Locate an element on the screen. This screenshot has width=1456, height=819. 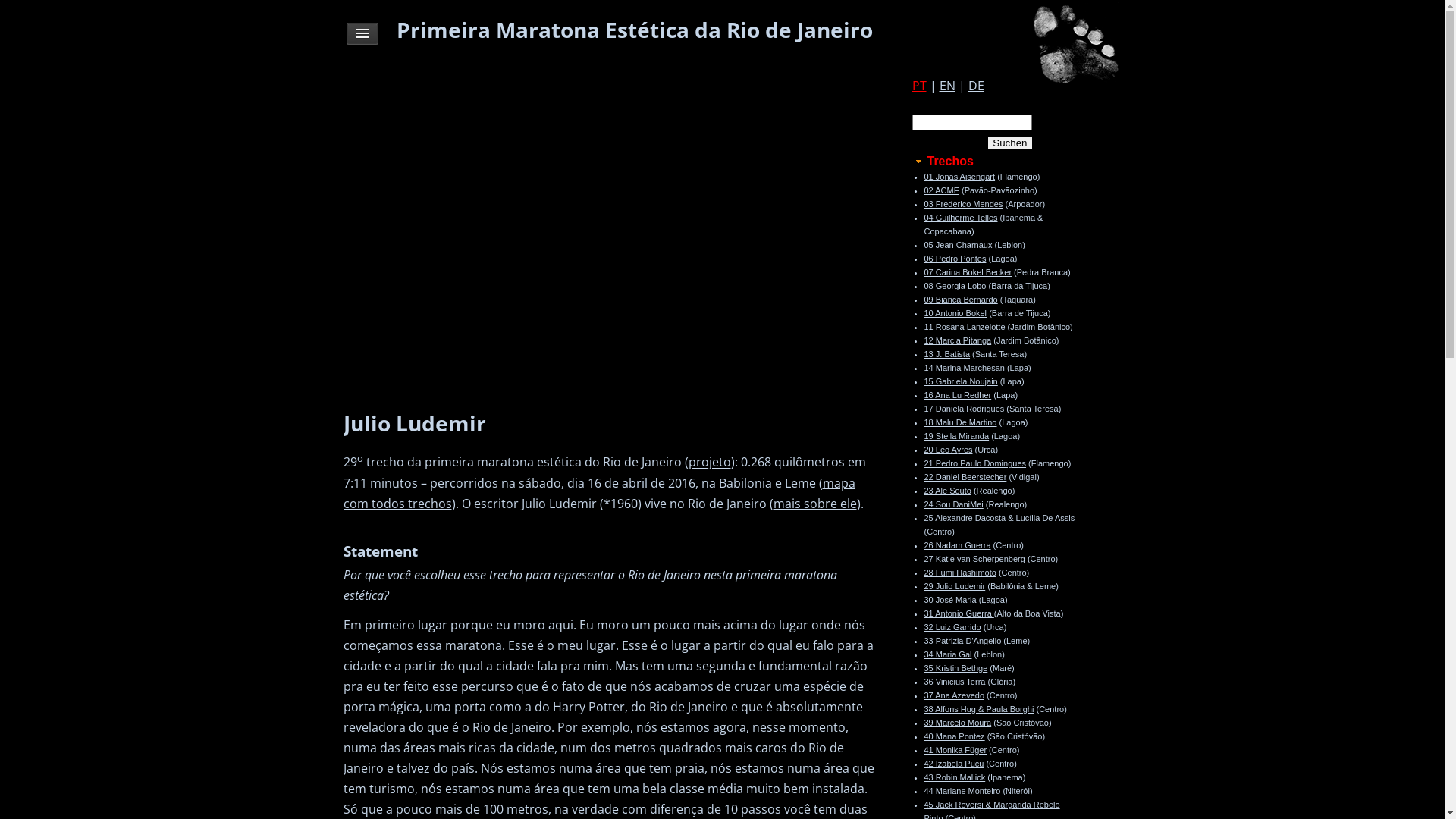
'EN' is located at coordinates (946, 85).